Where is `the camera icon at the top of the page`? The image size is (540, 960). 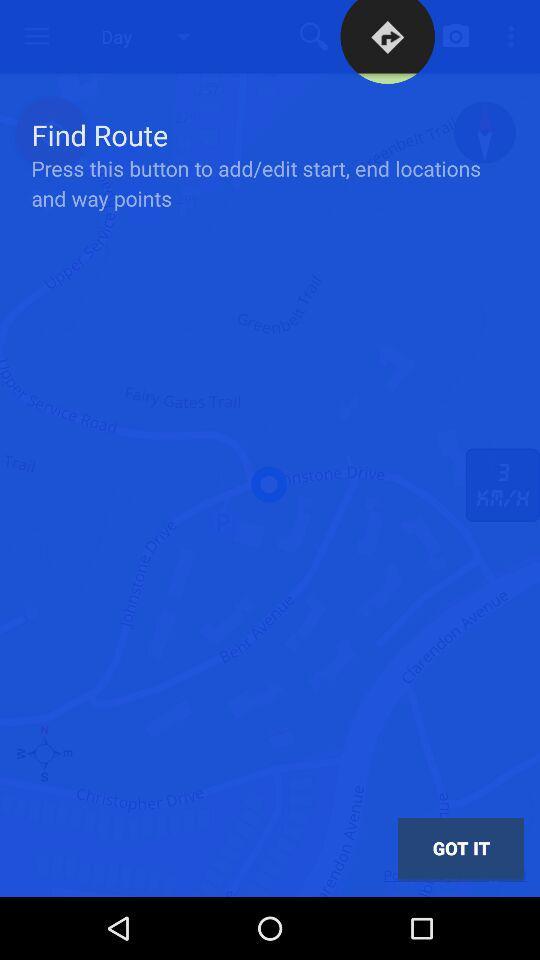
the camera icon at the top of the page is located at coordinates (456, 35).